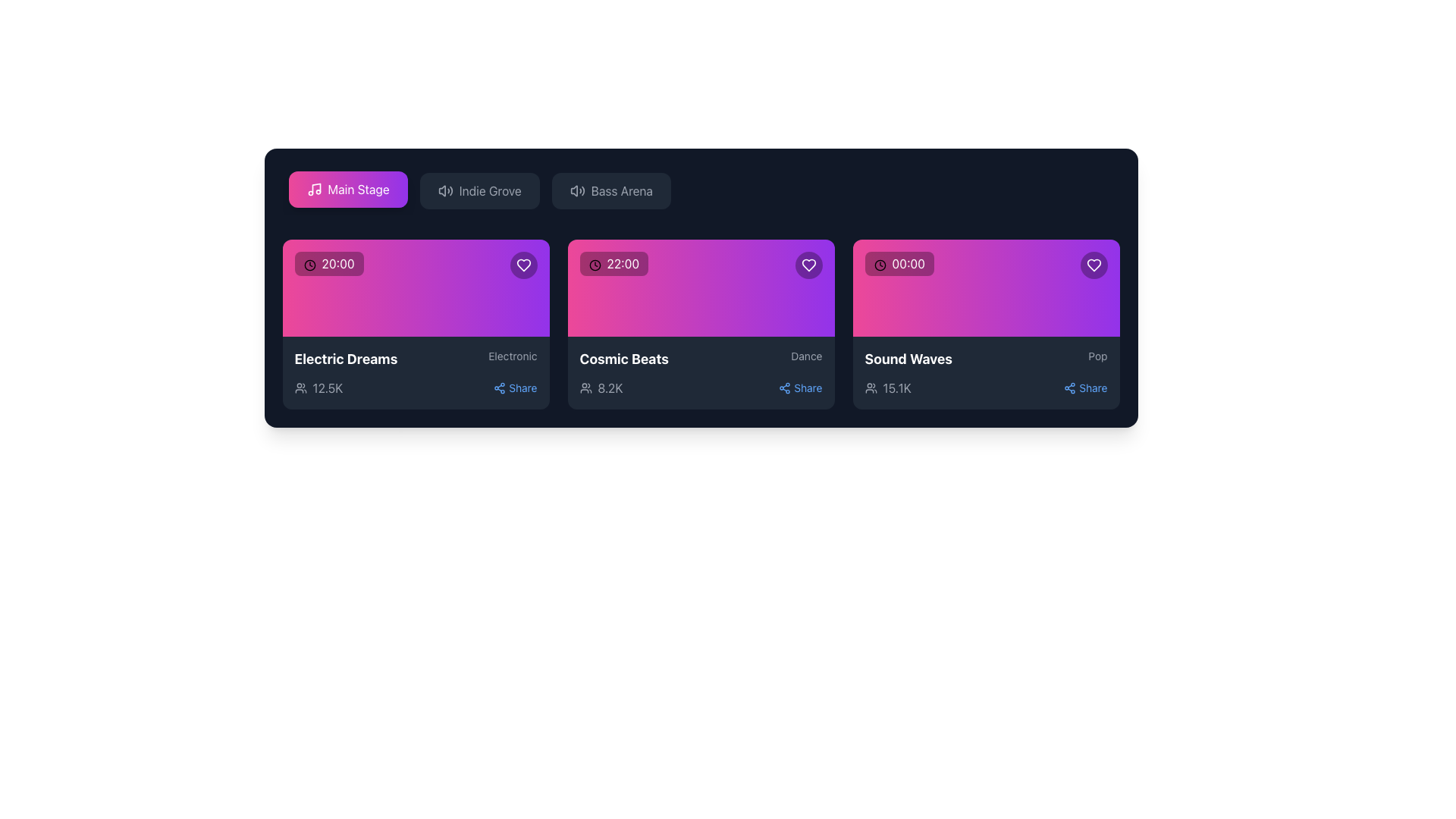  I want to click on the Text Label in the bottom-right corner of the 'Sound Waves' event card, so click(1093, 388).